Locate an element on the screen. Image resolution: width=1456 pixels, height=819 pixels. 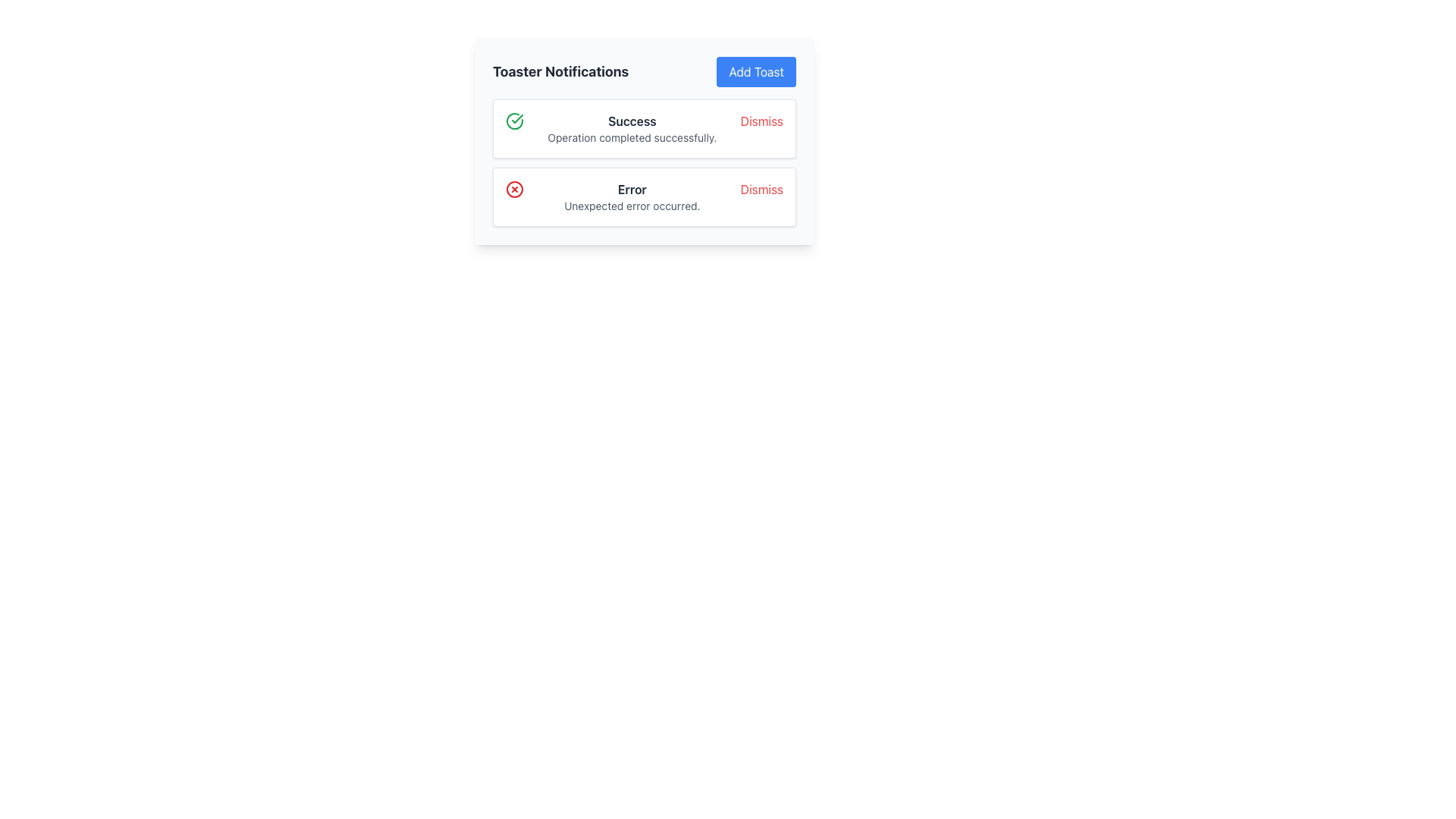
the error icon located in the error toast notification, which is positioned to the left of the 'Error' label and above the error description text is located at coordinates (514, 189).